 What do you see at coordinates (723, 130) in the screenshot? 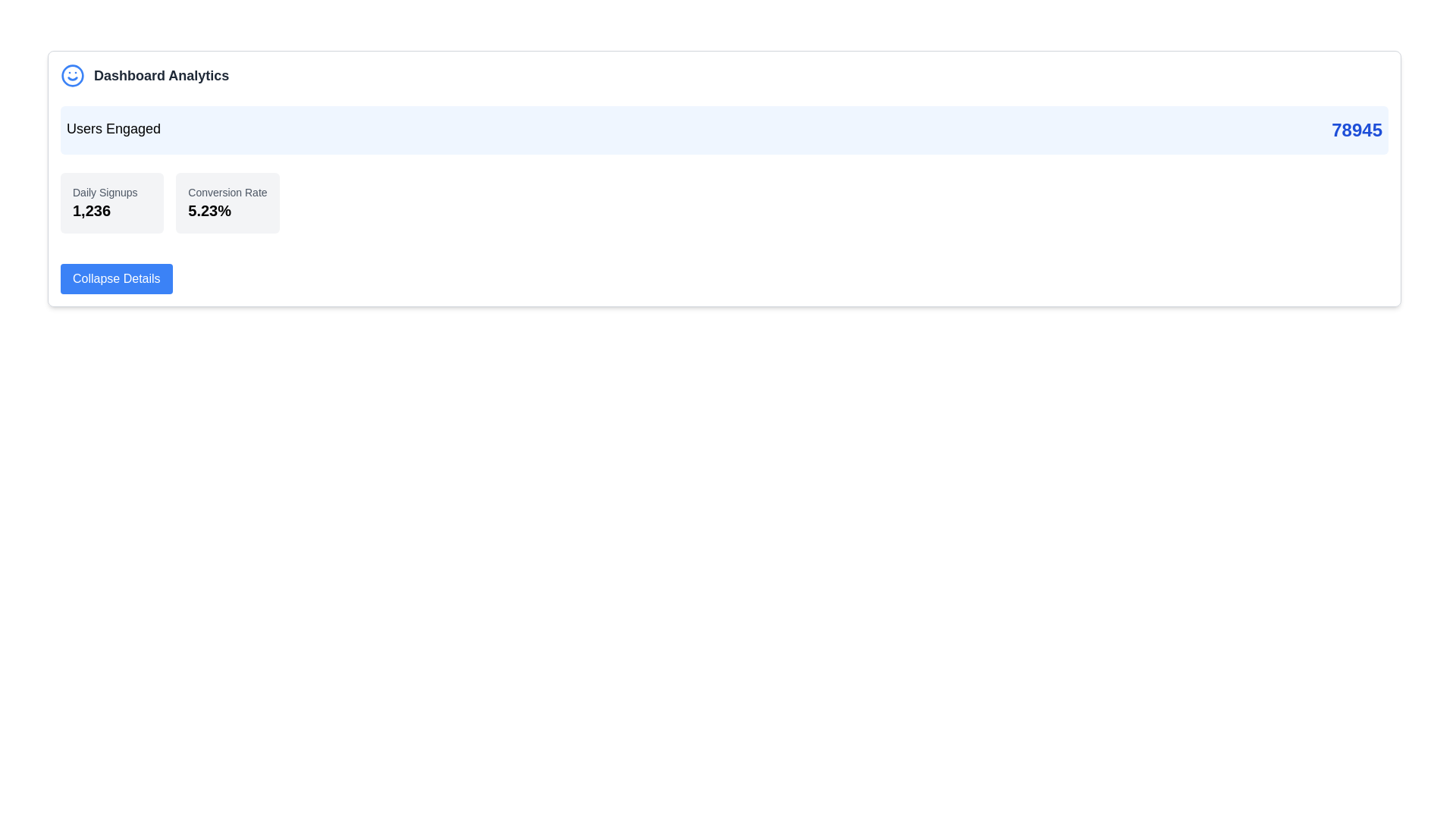
I see `the Informational display panel, which has a light blue background, rounded corners, and displays 'Users Engaged' and '78945'` at bounding box center [723, 130].